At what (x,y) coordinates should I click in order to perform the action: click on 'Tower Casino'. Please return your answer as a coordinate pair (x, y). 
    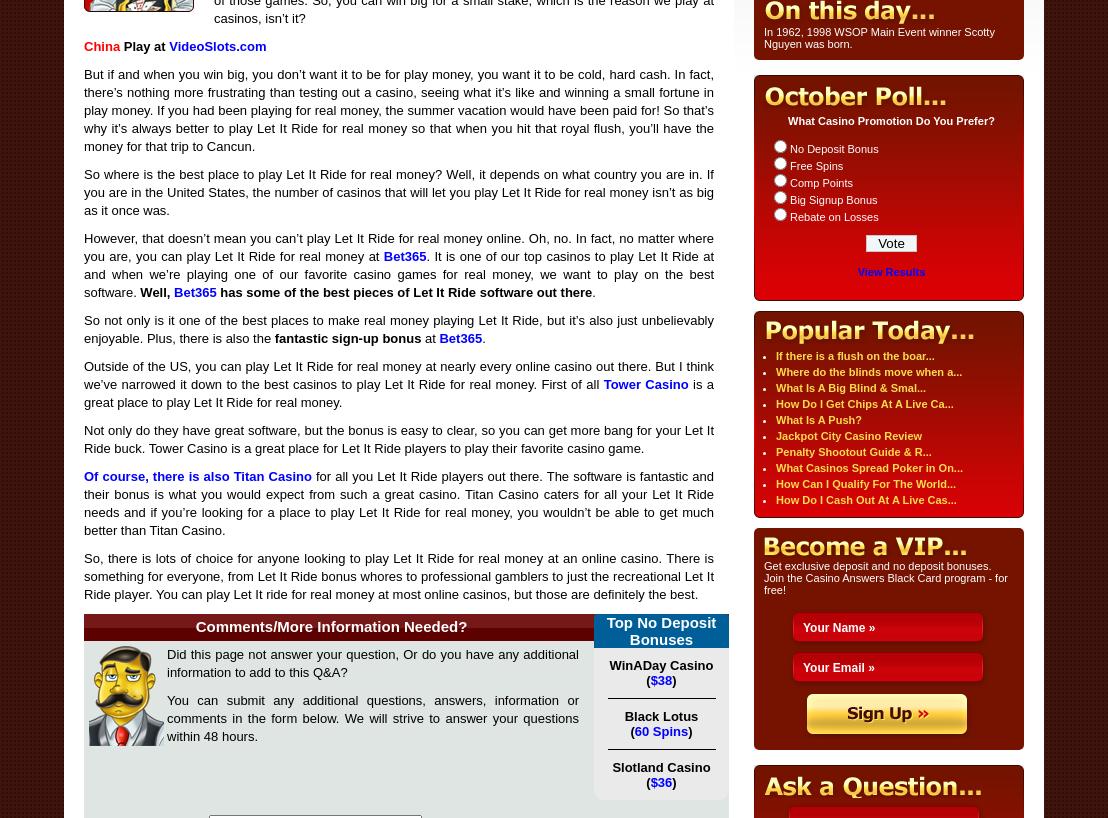
    Looking at the image, I should click on (644, 384).